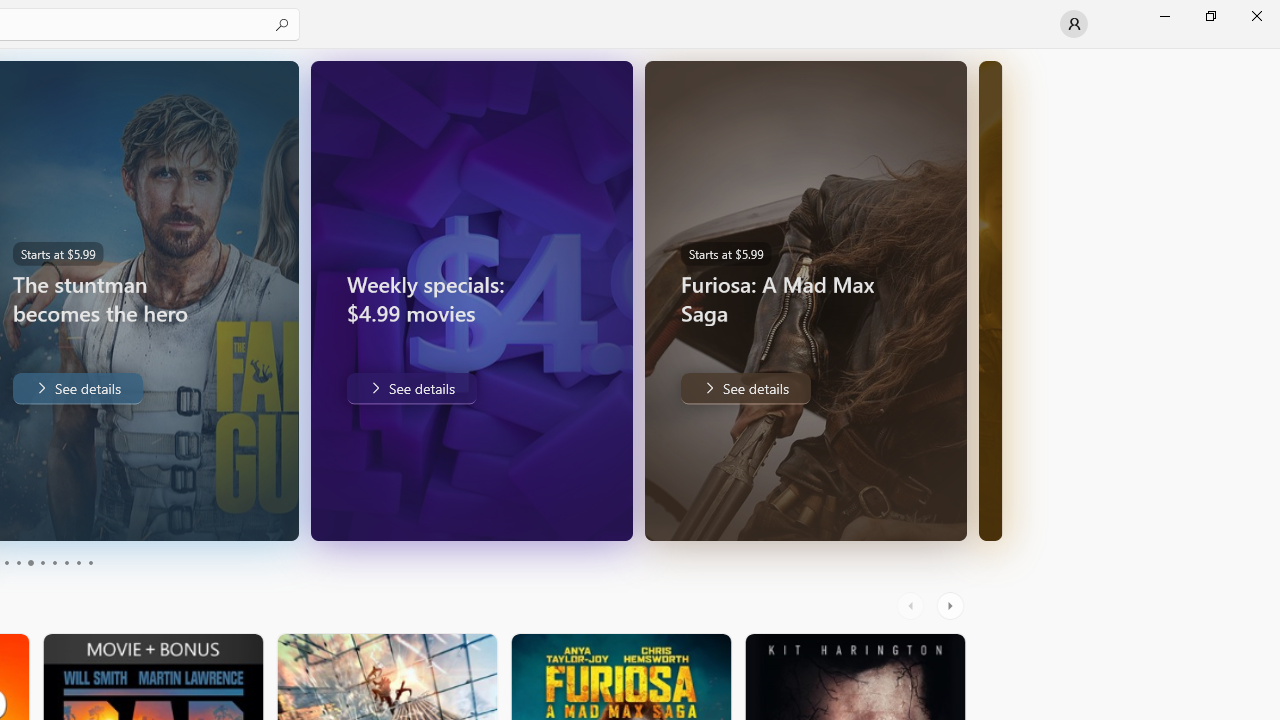 The image size is (1280, 720). Describe the element at coordinates (17, 563) in the screenshot. I see `'Page 4'` at that location.